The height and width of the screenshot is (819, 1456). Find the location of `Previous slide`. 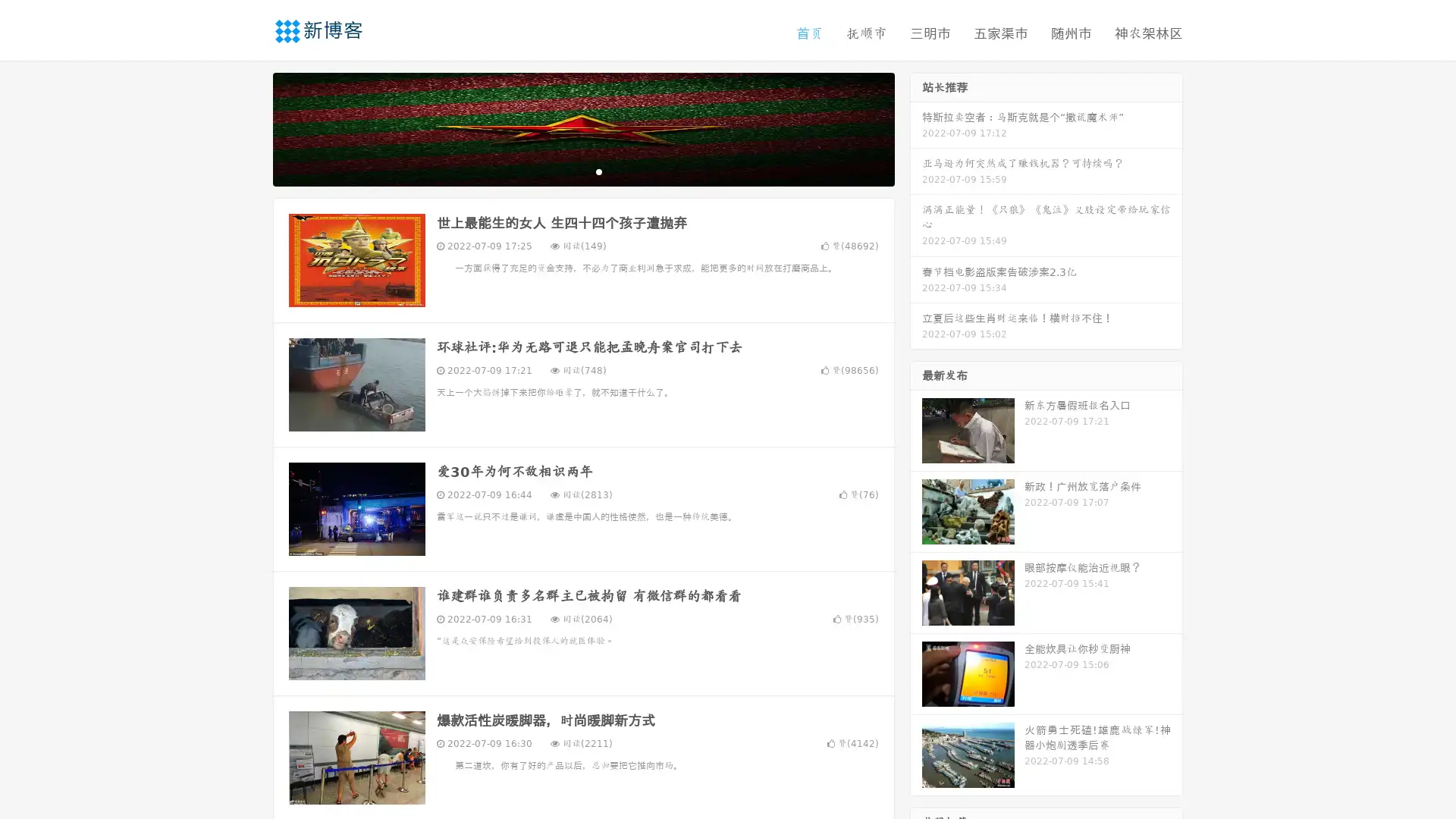

Previous slide is located at coordinates (250, 127).